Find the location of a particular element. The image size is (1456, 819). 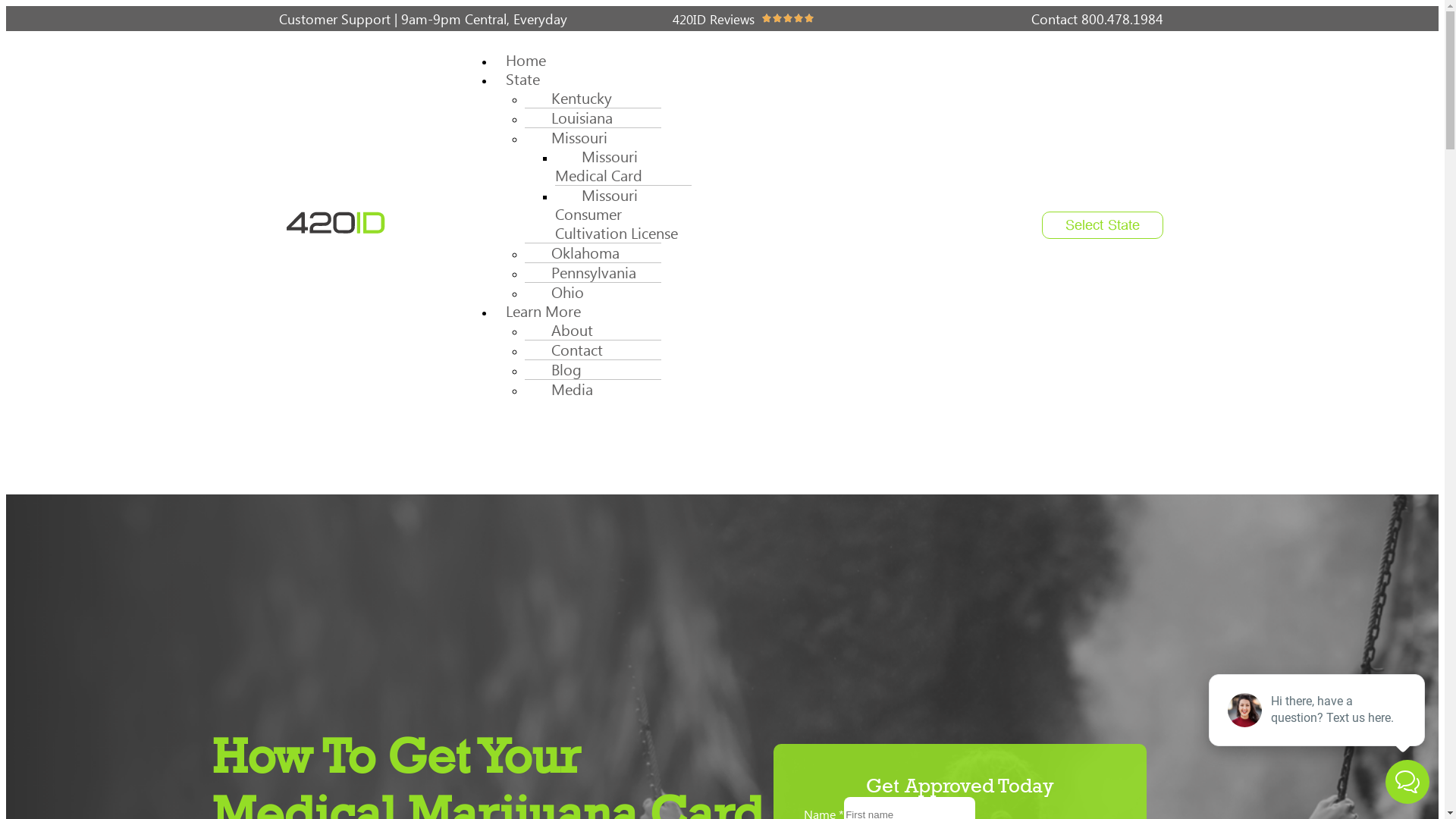

'Home' is located at coordinates (494, 59).